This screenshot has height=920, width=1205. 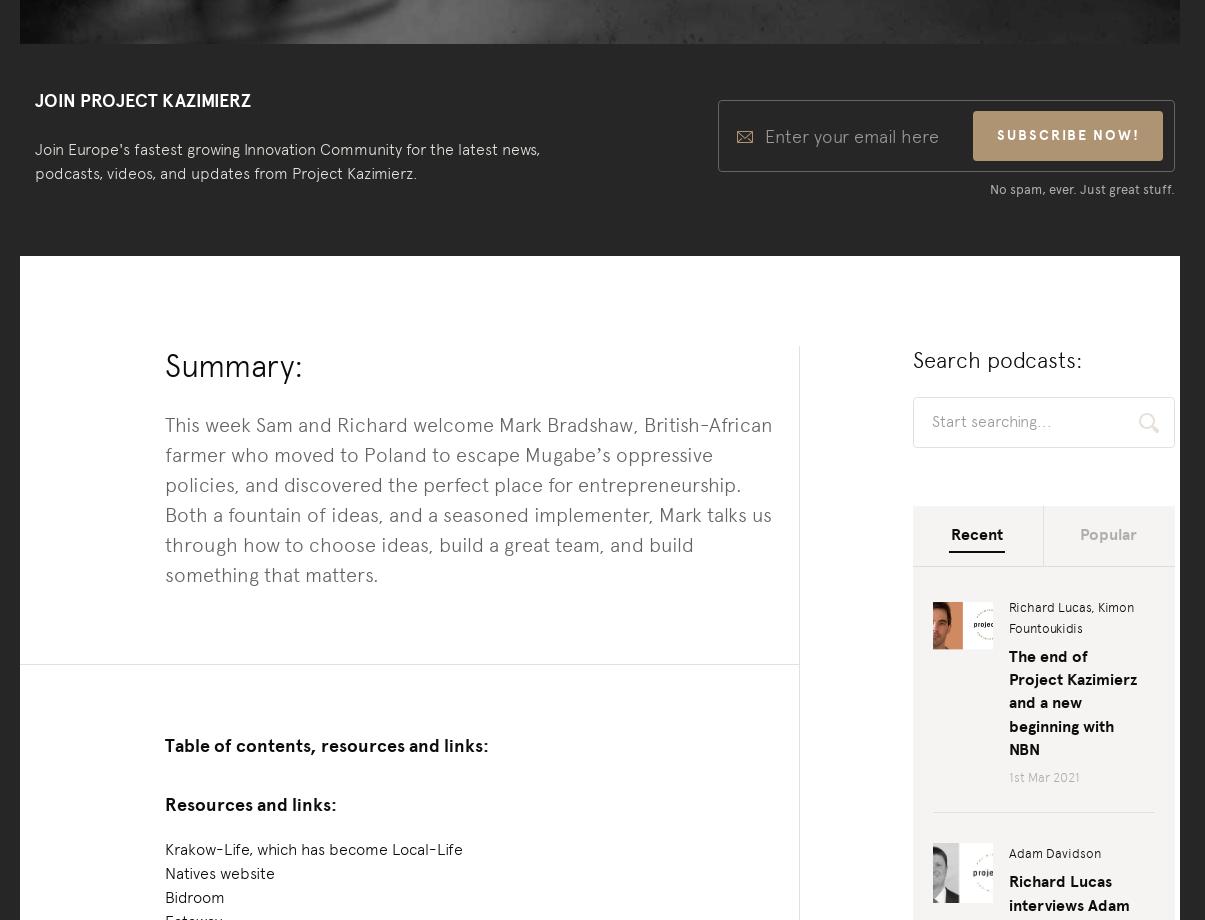 I want to click on 'Adam Davidson', so click(x=1054, y=852).